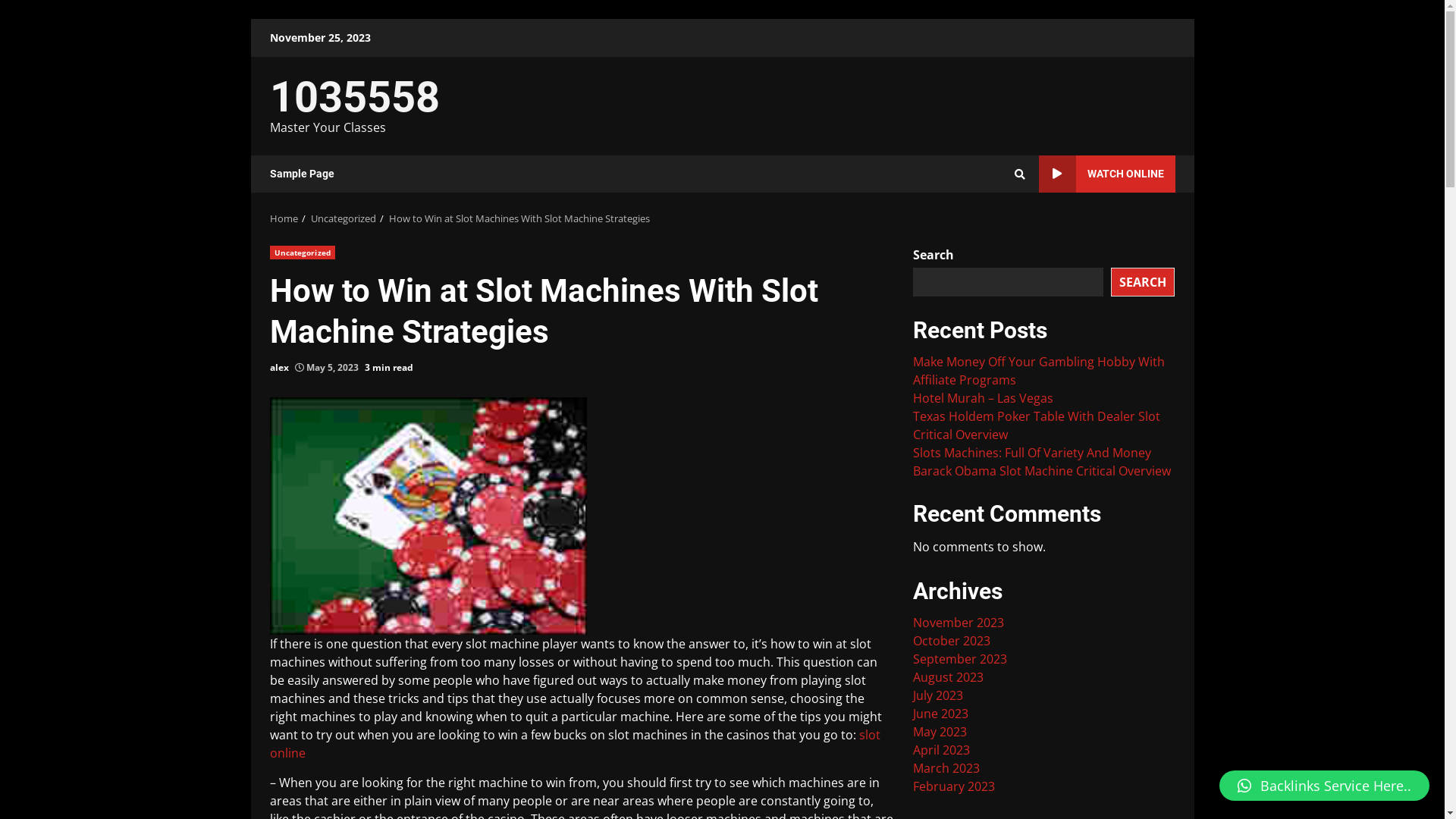  What do you see at coordinates (912, 714) in the screenshot?
I see `'June 2023'` at bounding box center [912, 714].